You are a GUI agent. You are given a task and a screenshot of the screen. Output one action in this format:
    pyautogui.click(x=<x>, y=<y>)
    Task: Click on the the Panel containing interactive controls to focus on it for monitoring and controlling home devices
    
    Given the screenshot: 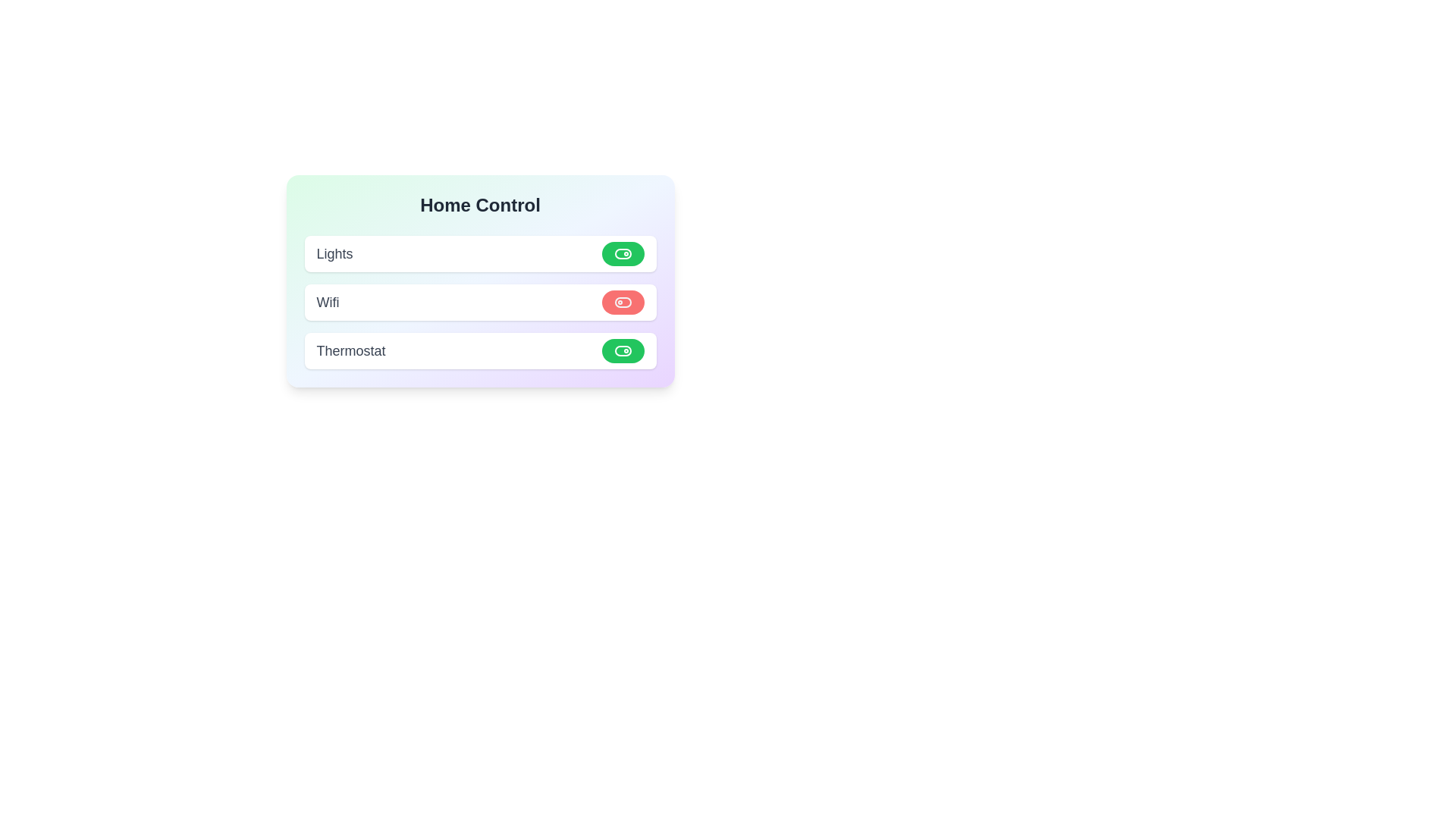 What is the action you would take?
    pyautogui.click(x=479, y=281)
    